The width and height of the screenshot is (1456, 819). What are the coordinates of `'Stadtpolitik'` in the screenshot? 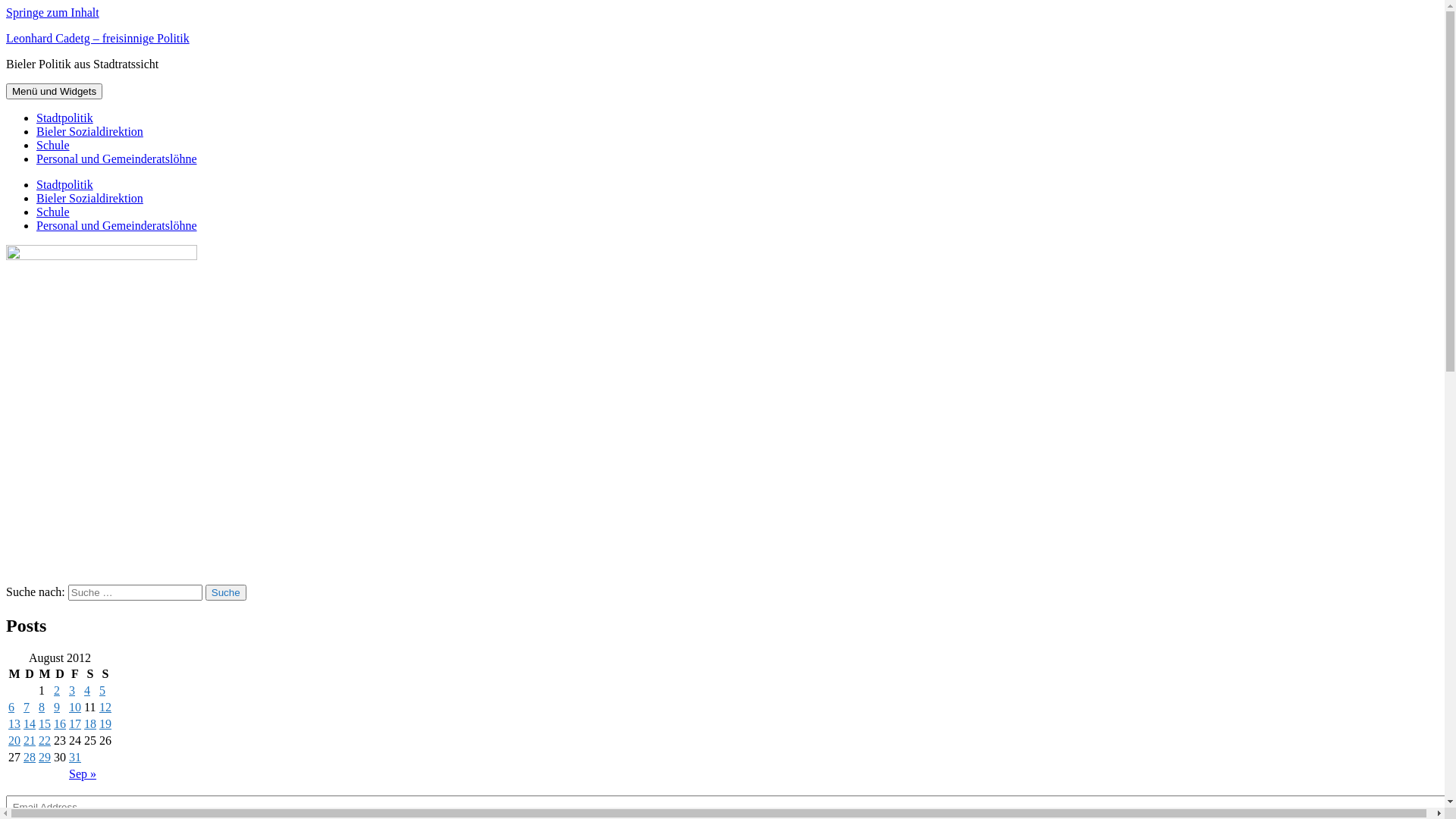 It's located at (36, 117).